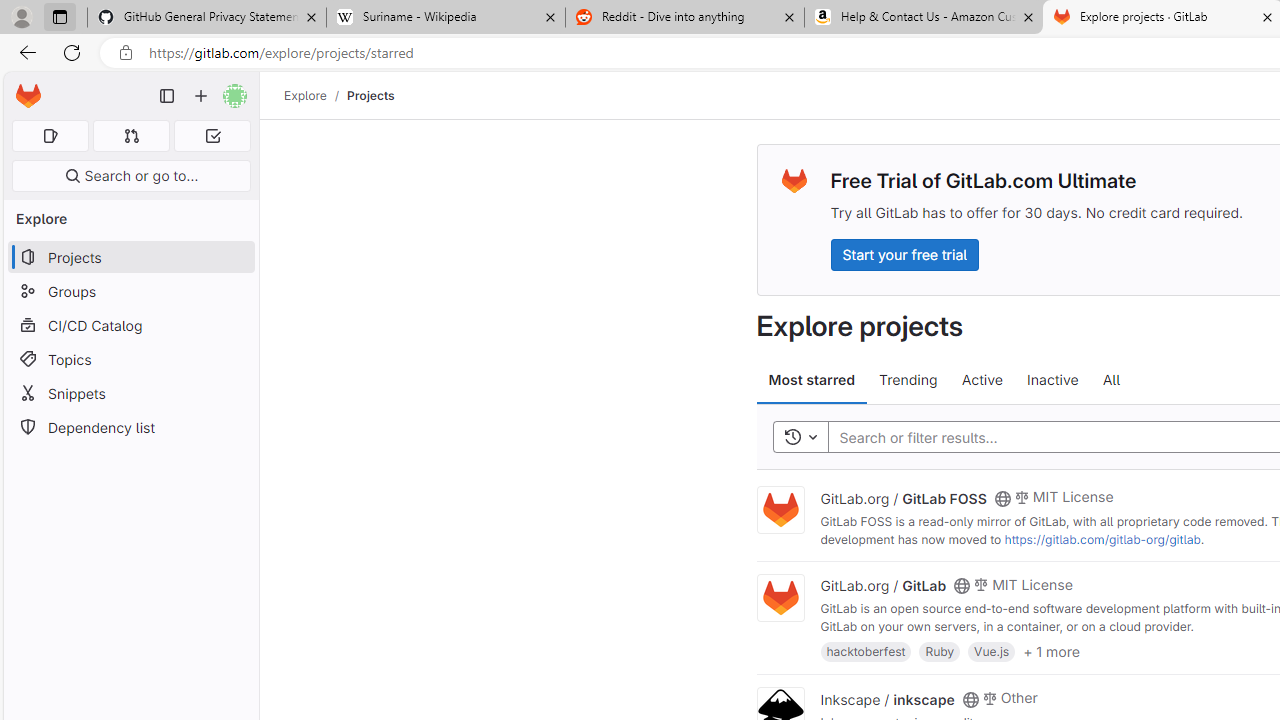 This screenshot has height=720, width=1280. I want to click on 'GitLab.org / GitLab FOSS', so click(902, 496).